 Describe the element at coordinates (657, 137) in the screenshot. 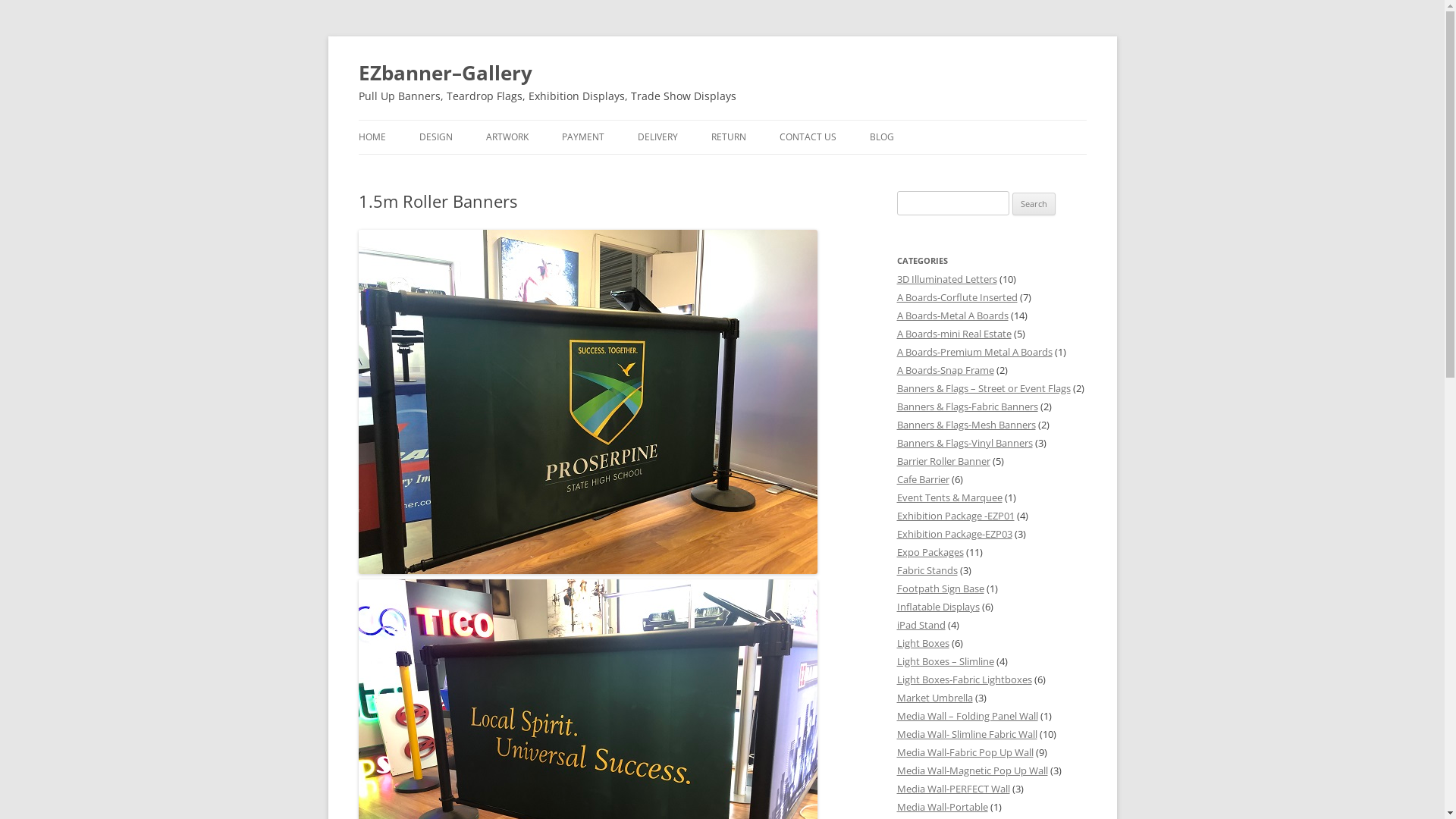

I see `'DELIVERY'` at that location.